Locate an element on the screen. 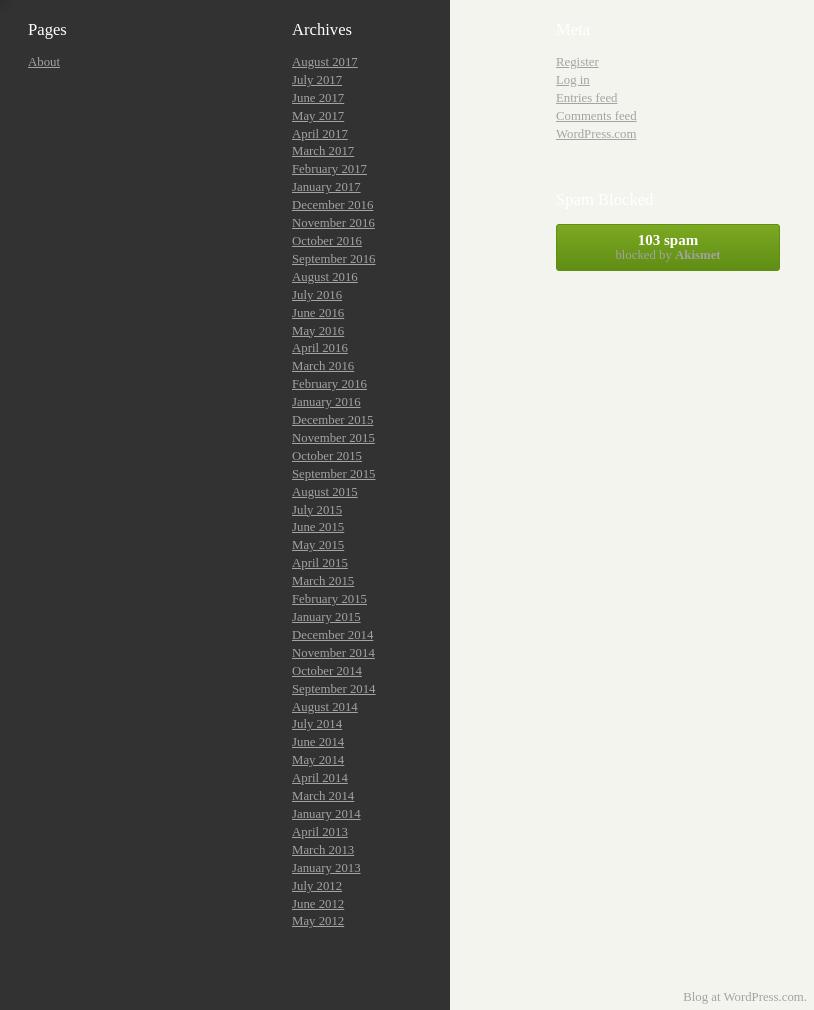 The width and height of the screenshot is (814, 1010). 'November 2014' is located at coordinates (333, 650).